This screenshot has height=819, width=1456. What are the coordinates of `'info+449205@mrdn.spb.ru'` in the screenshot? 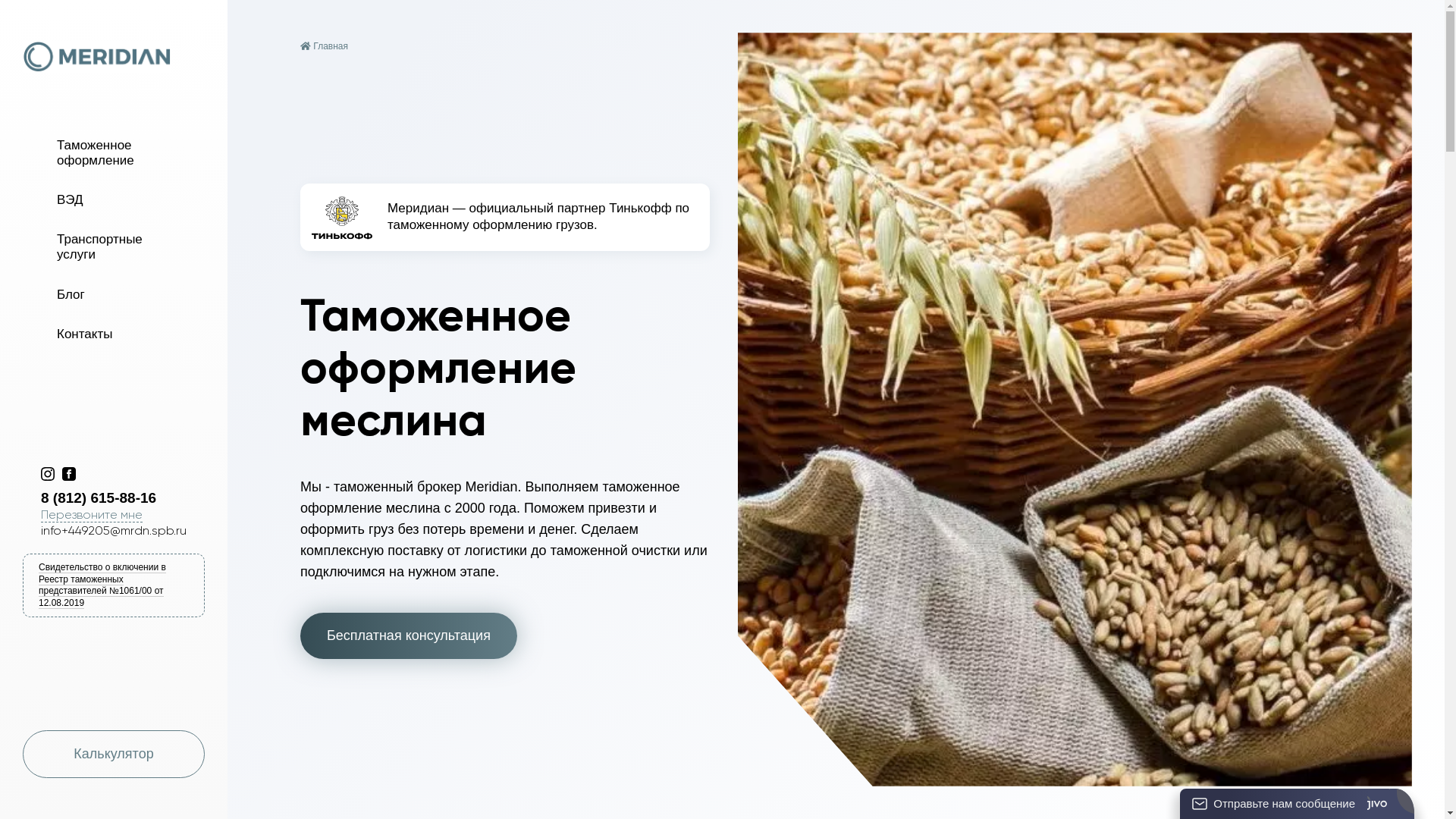 It's located at (40, 529).